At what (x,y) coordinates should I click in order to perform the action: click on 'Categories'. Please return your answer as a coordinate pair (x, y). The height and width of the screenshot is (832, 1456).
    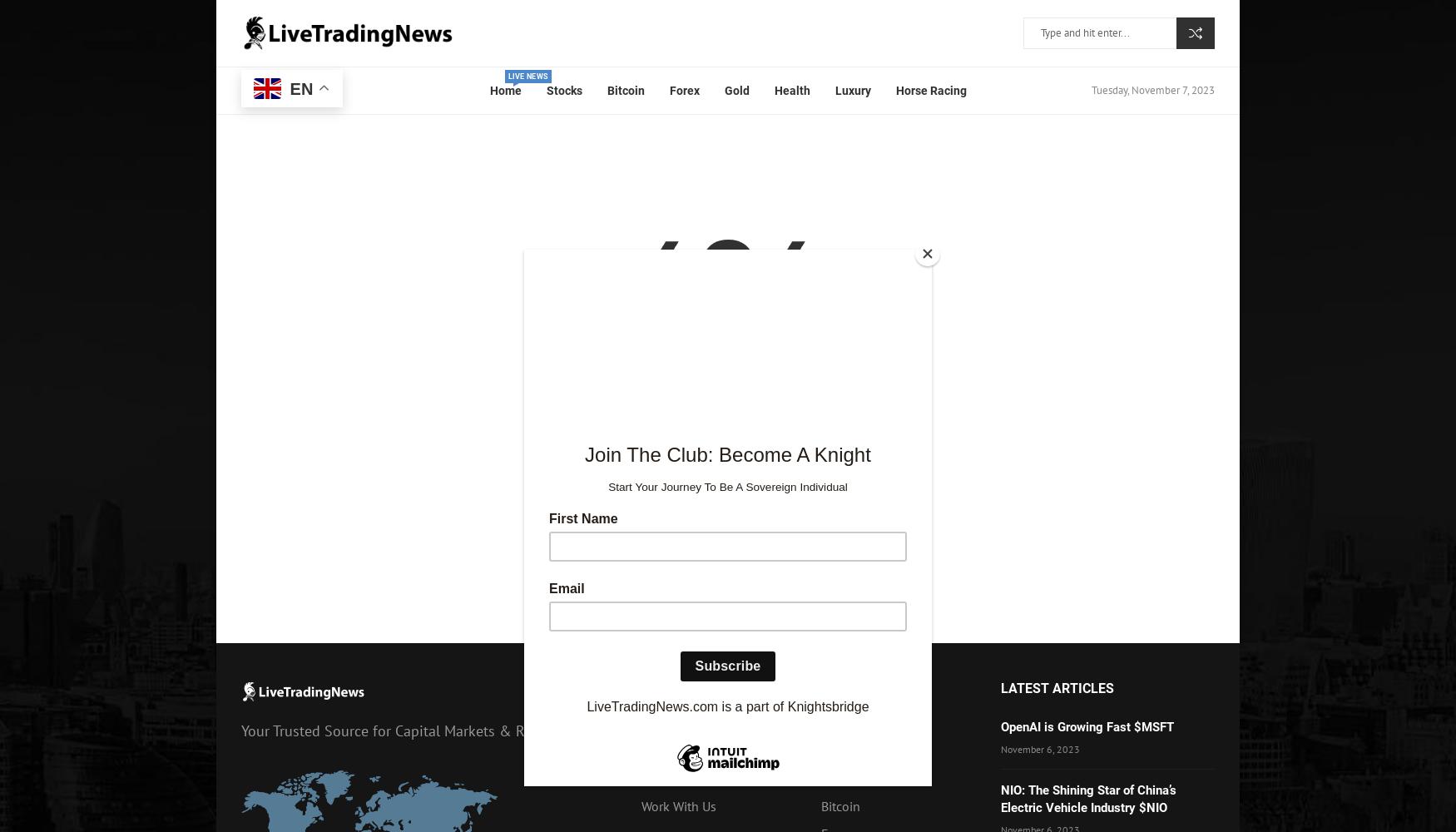
    Looking at the image, I should click on (859, 687).